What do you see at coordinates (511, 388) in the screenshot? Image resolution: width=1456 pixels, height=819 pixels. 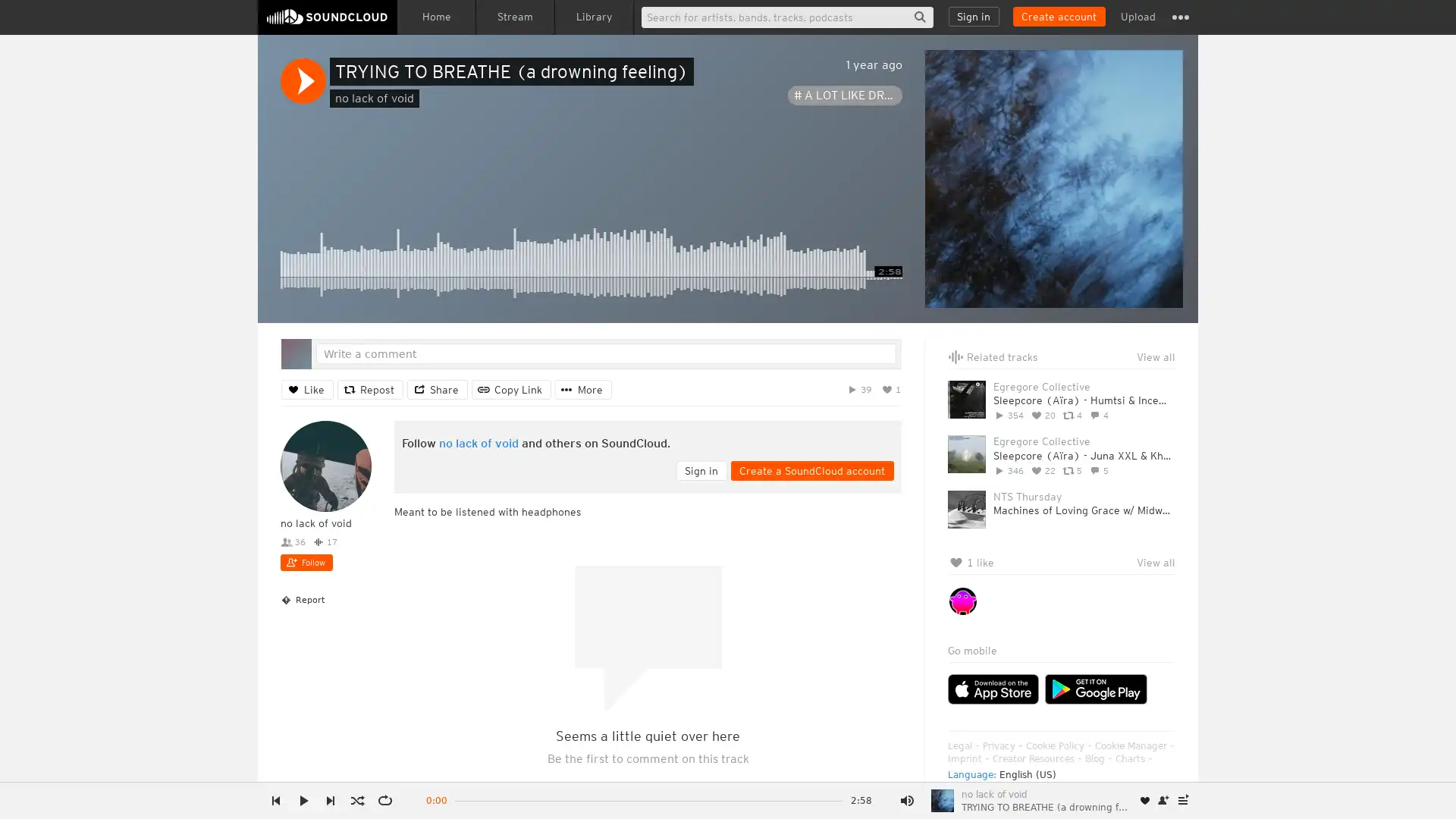 I see `Copy Link` at bounding box center [511, 388].